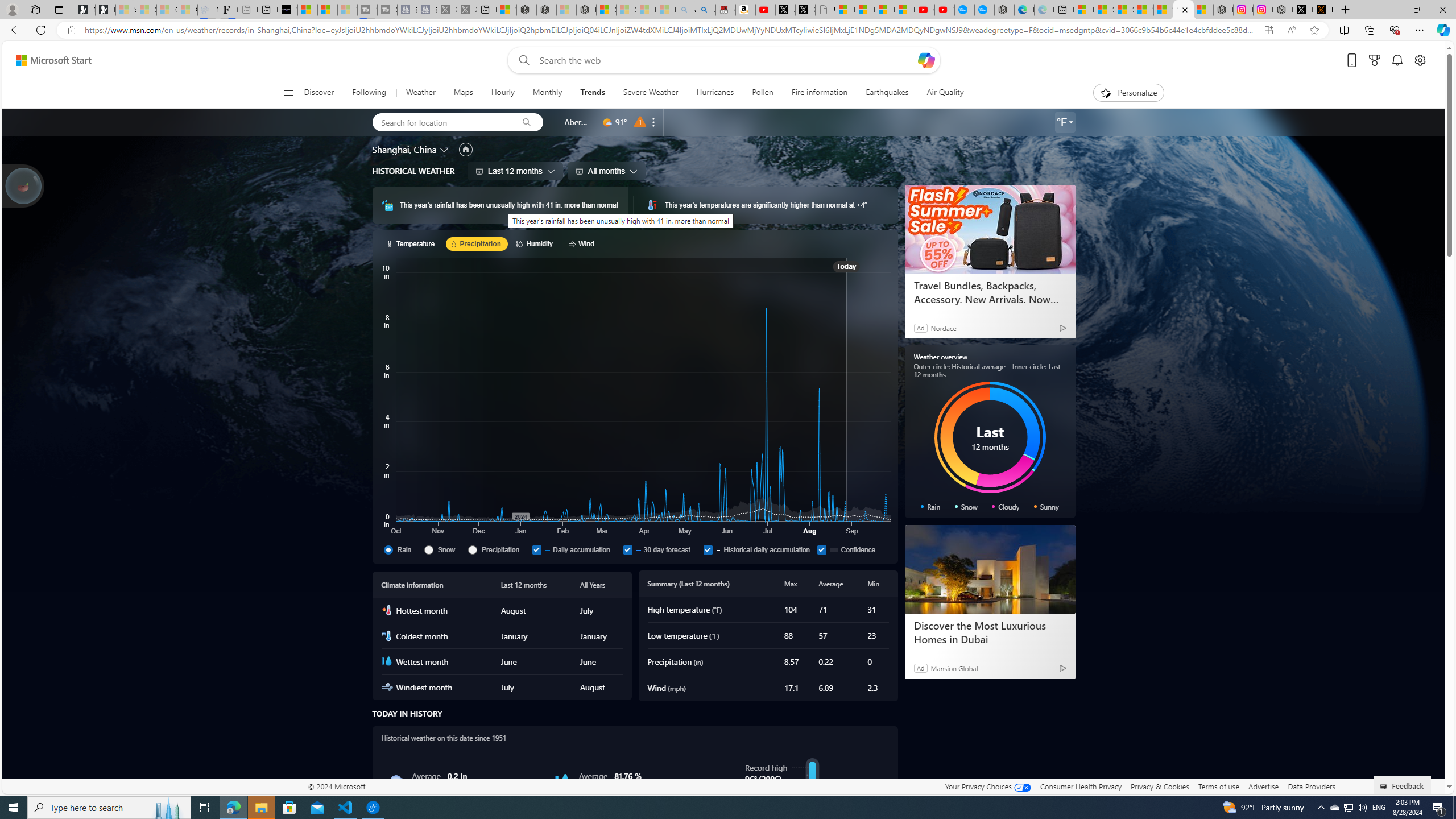 The height and width of the screenshot is (819, 1456). What do you see at coordinates (547, 92) in the screenshot?
I see `'Monthly'` at bounding box center [547, 92].